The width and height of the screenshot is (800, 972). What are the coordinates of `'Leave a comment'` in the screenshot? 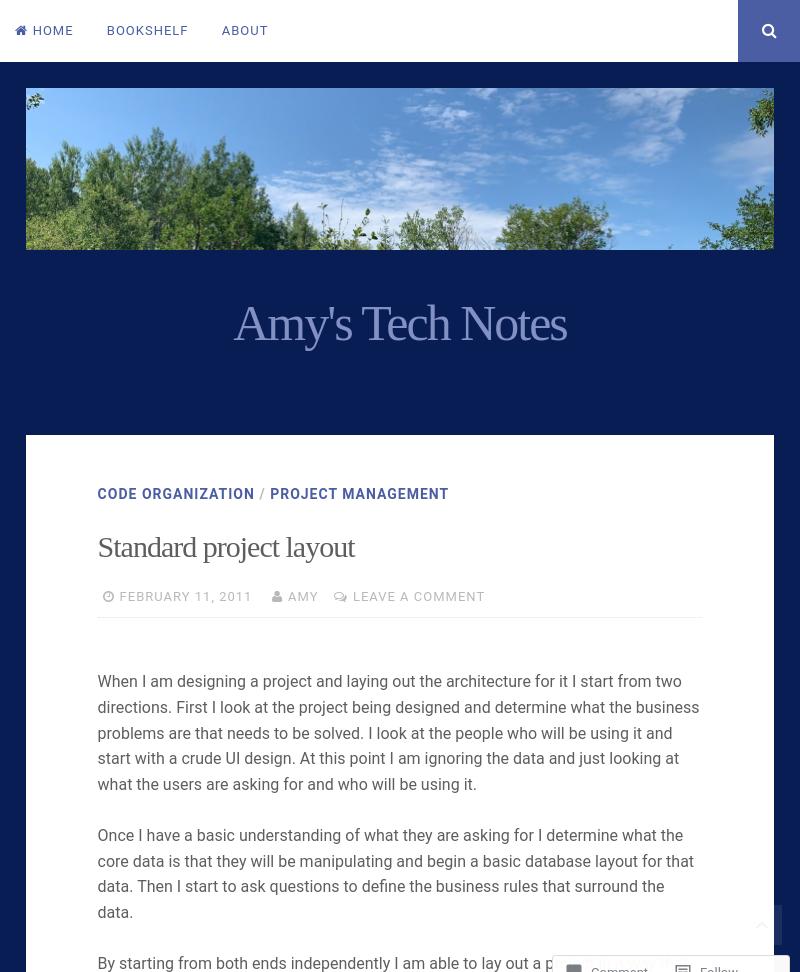 It's located at (418, 595).